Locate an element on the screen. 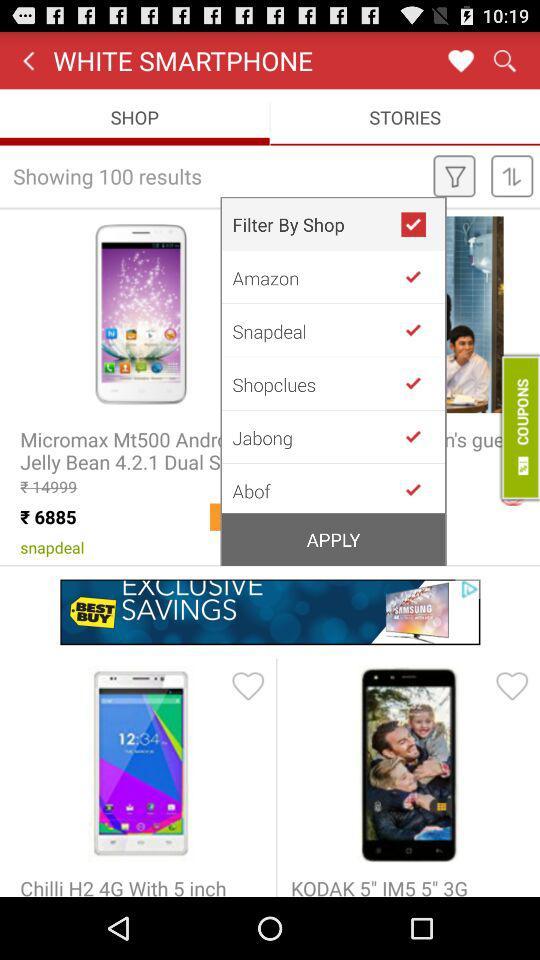 This screenshot has width=540, height=960. the apply icon is located at coordinates (333, 538).